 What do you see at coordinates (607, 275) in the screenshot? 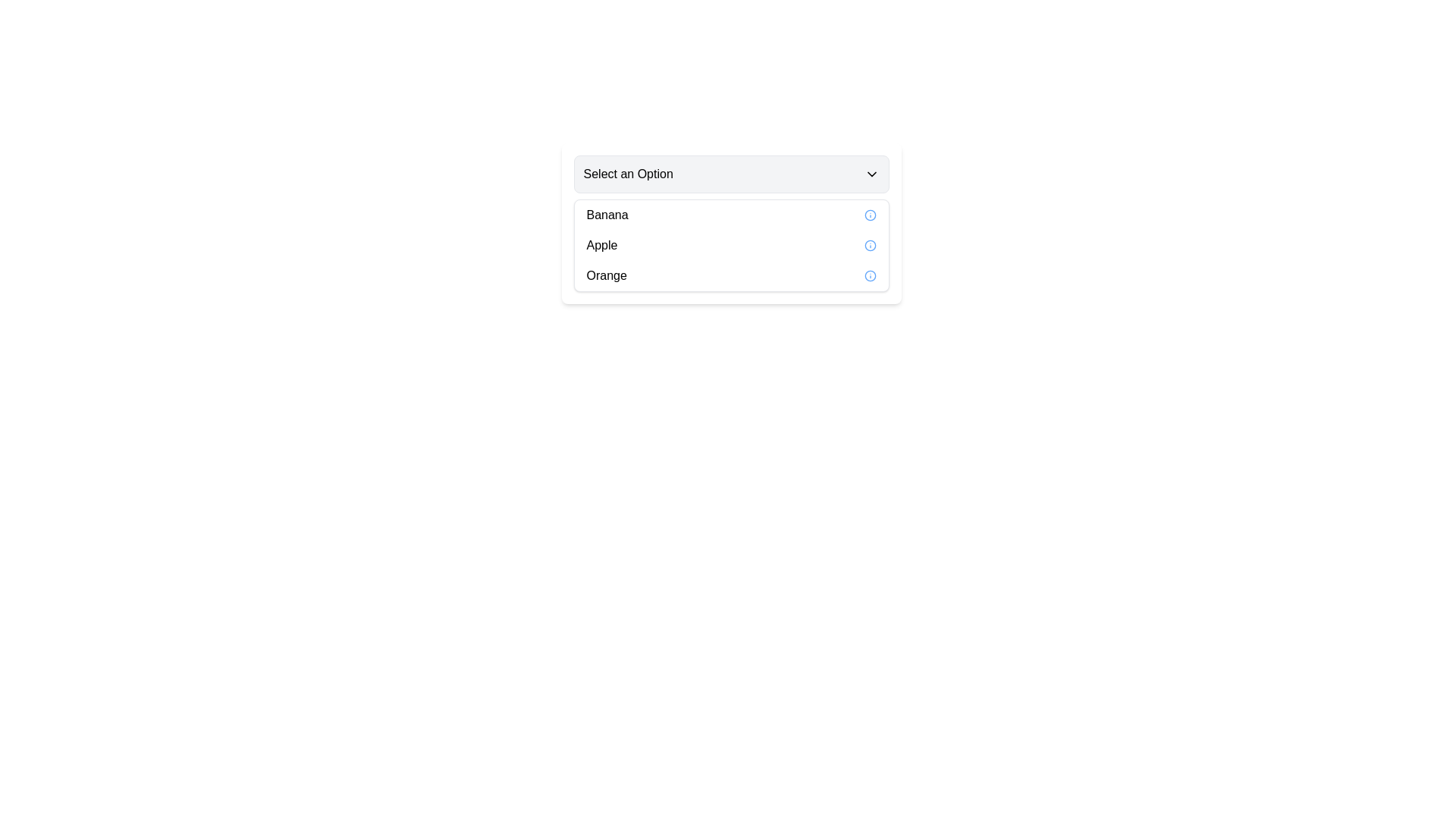
I see `the text label 'Orange' in the dropdown menu` at bounding box center [607, 275].